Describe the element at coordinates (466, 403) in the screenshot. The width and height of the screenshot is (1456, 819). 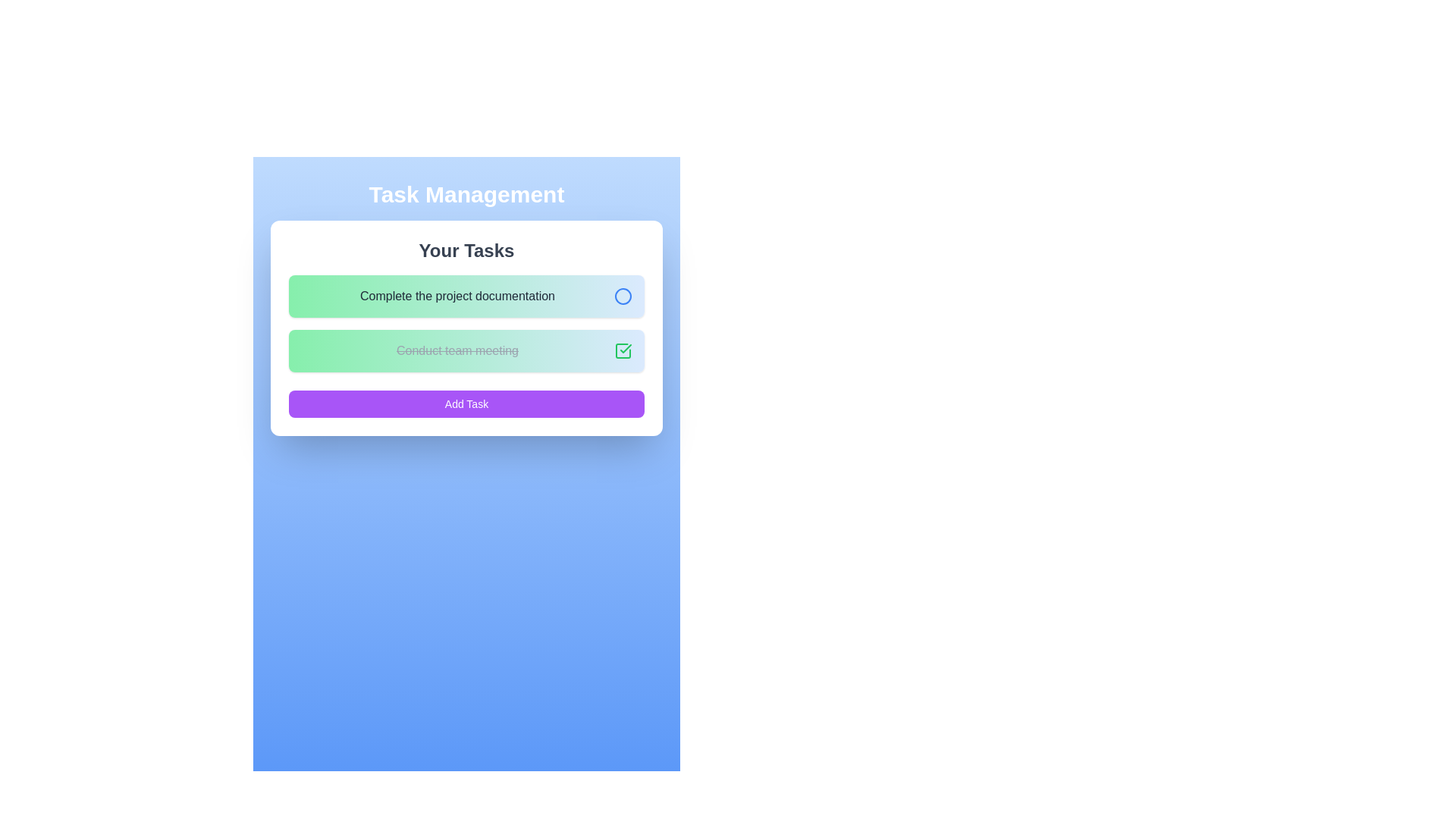
I see `the 'Add Task' button with vibrant purple background and white text` at that location.